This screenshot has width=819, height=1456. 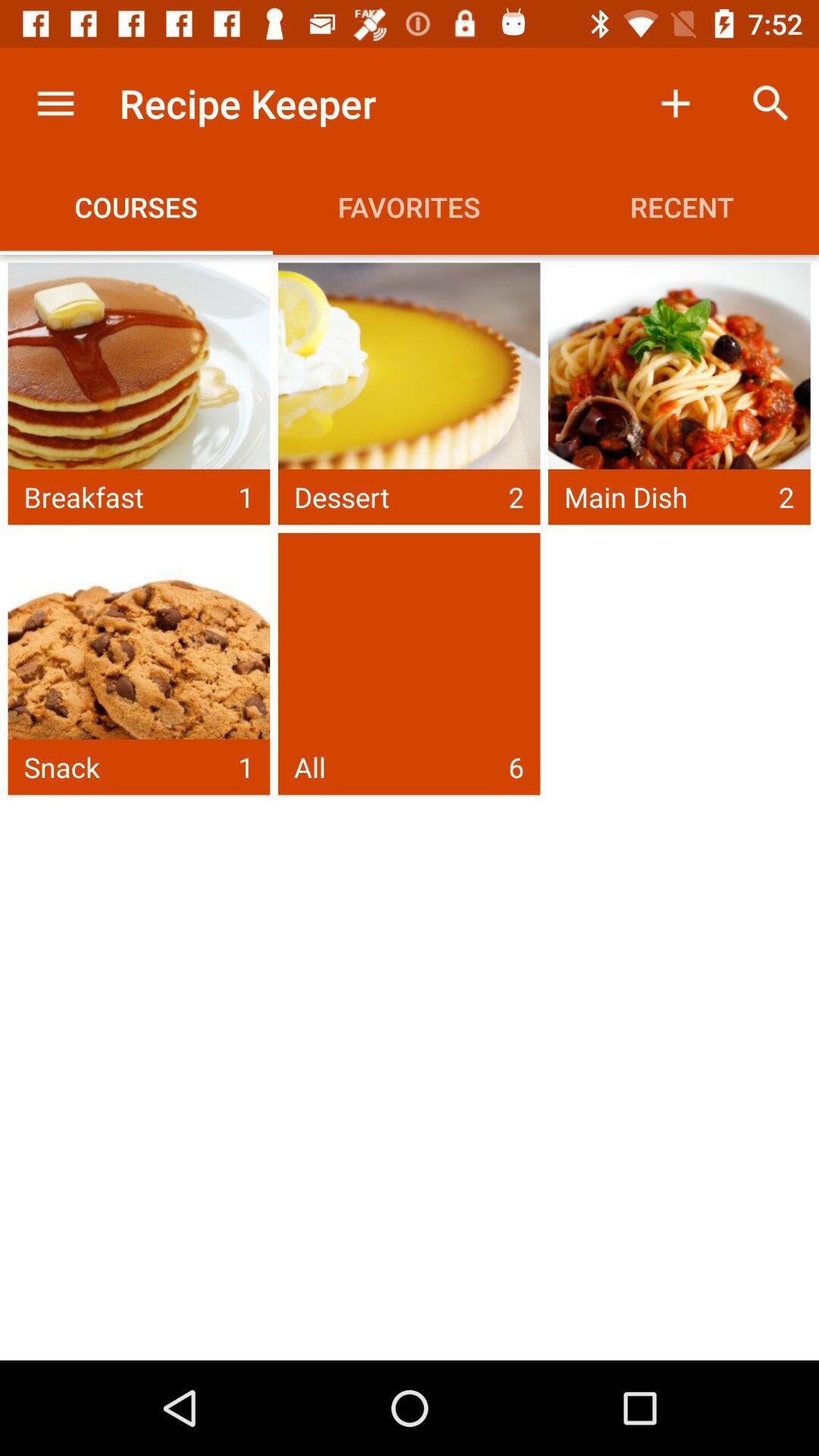 What do you see at coordinates (675, 102) in the screenshot?
I see `the icon above recent item` at bounding box center [675, 102].